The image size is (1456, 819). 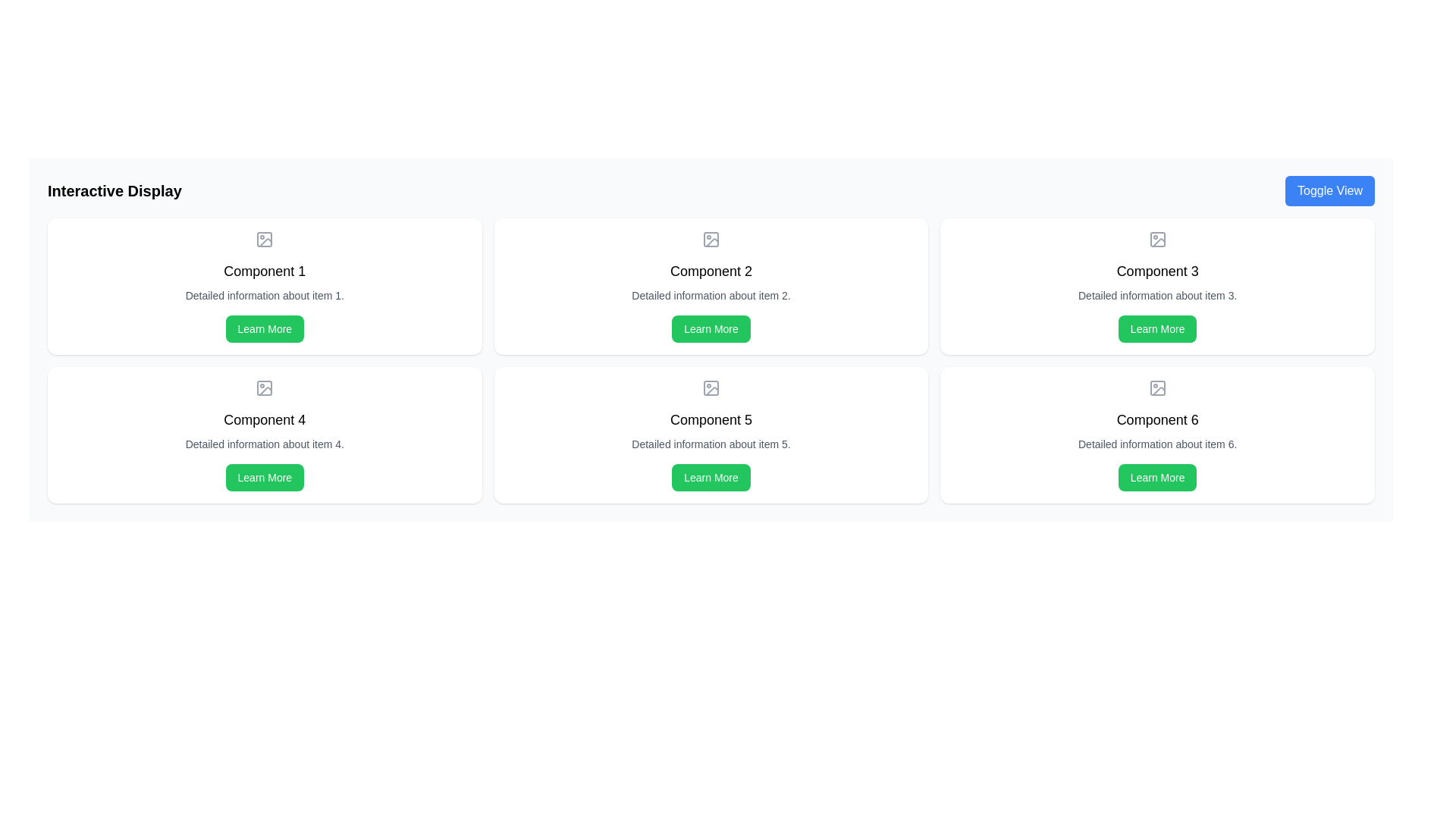 I want to click on the button located at the bottom center of 'Component 4', beneath the text 'Detailed information about item 4.', so click(x=265, y=476).